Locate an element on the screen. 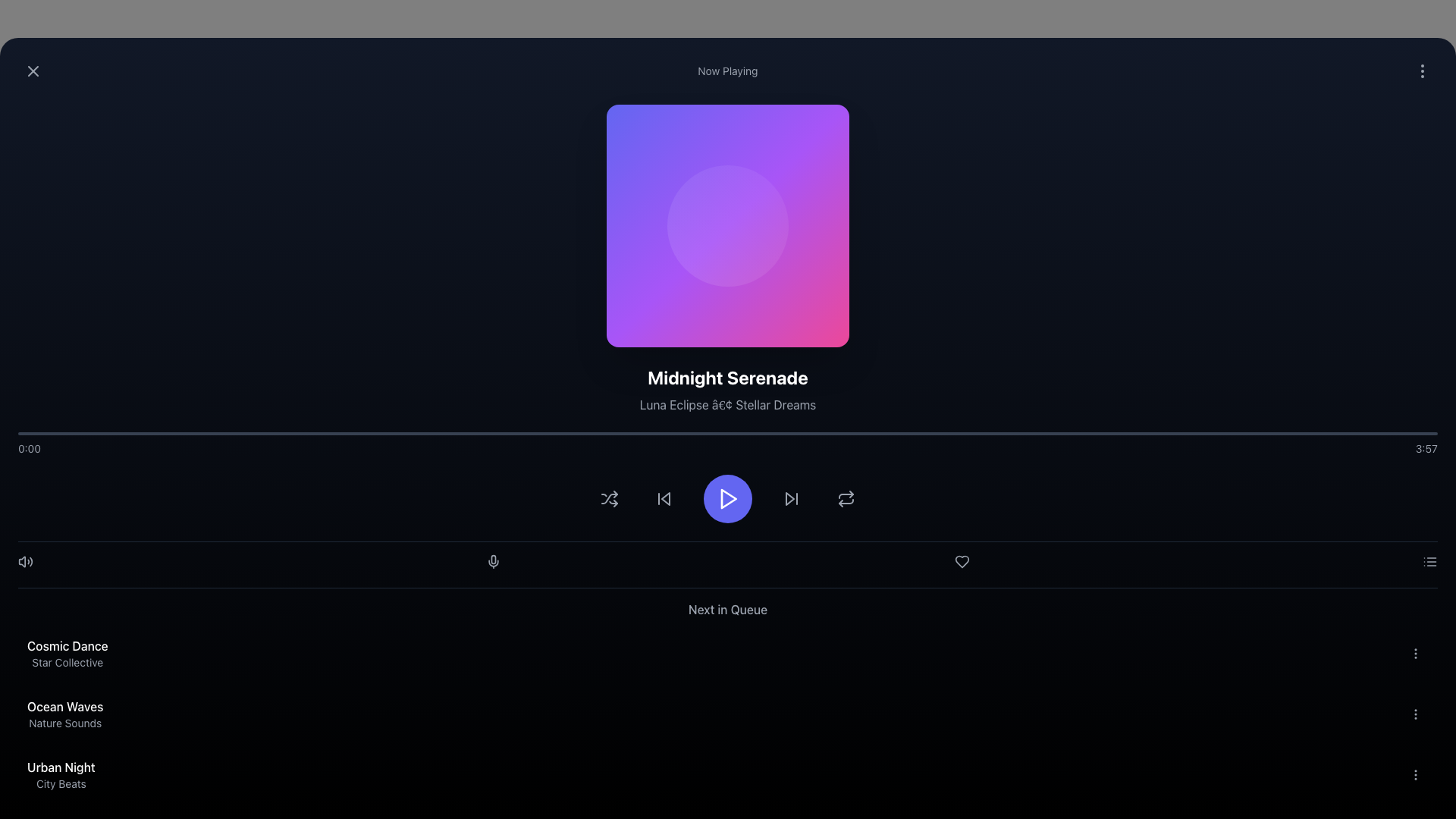 The height and width of the screenshot is (819, 1456). the Text label indicating the total duration of the media being played, which is positioned at the far-right end of the media progress bar is located at coordinates (1426, 447).